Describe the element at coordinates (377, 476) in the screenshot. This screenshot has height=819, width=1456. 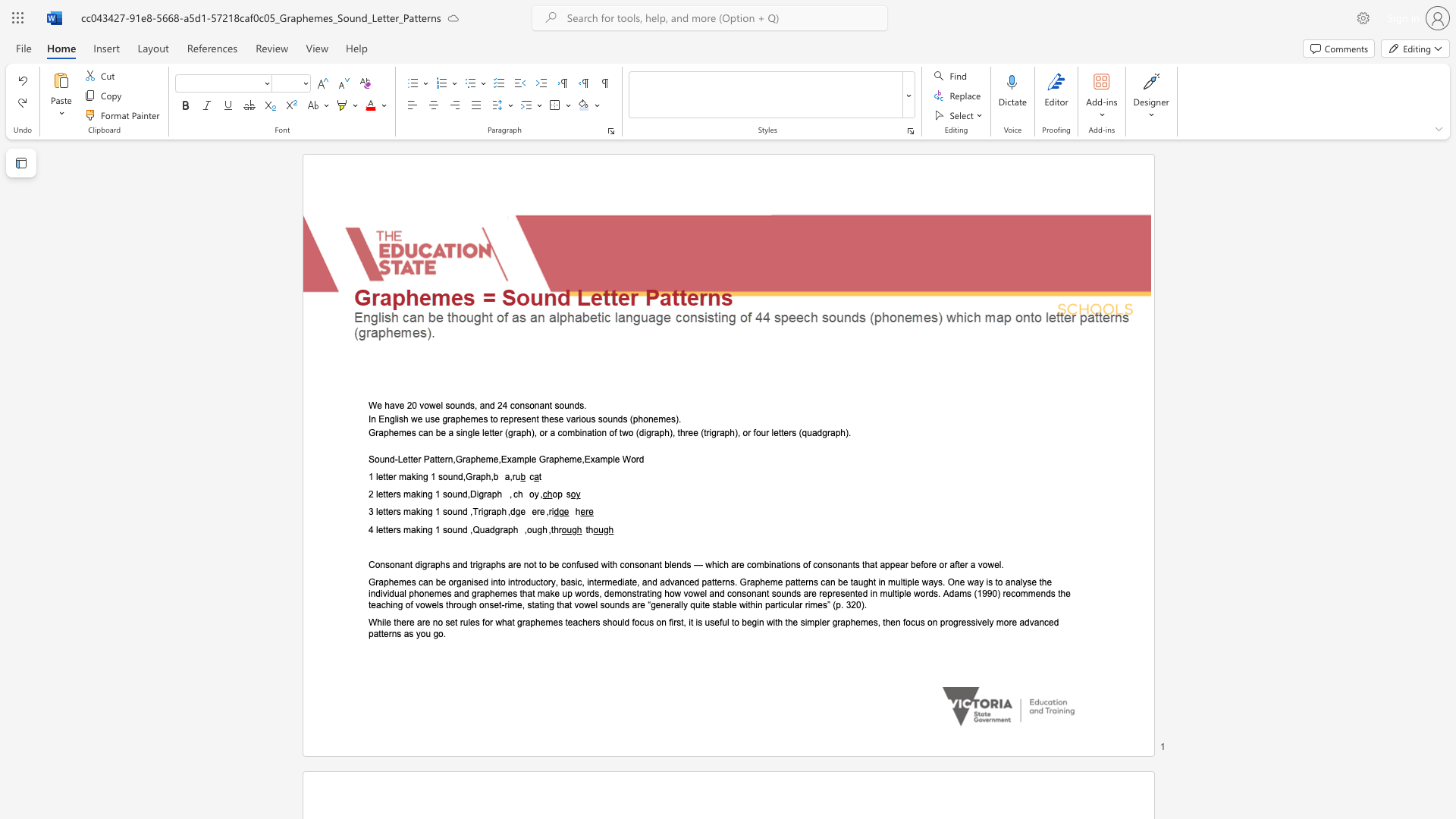
I see `the 1th character "l" in the text` at that location.